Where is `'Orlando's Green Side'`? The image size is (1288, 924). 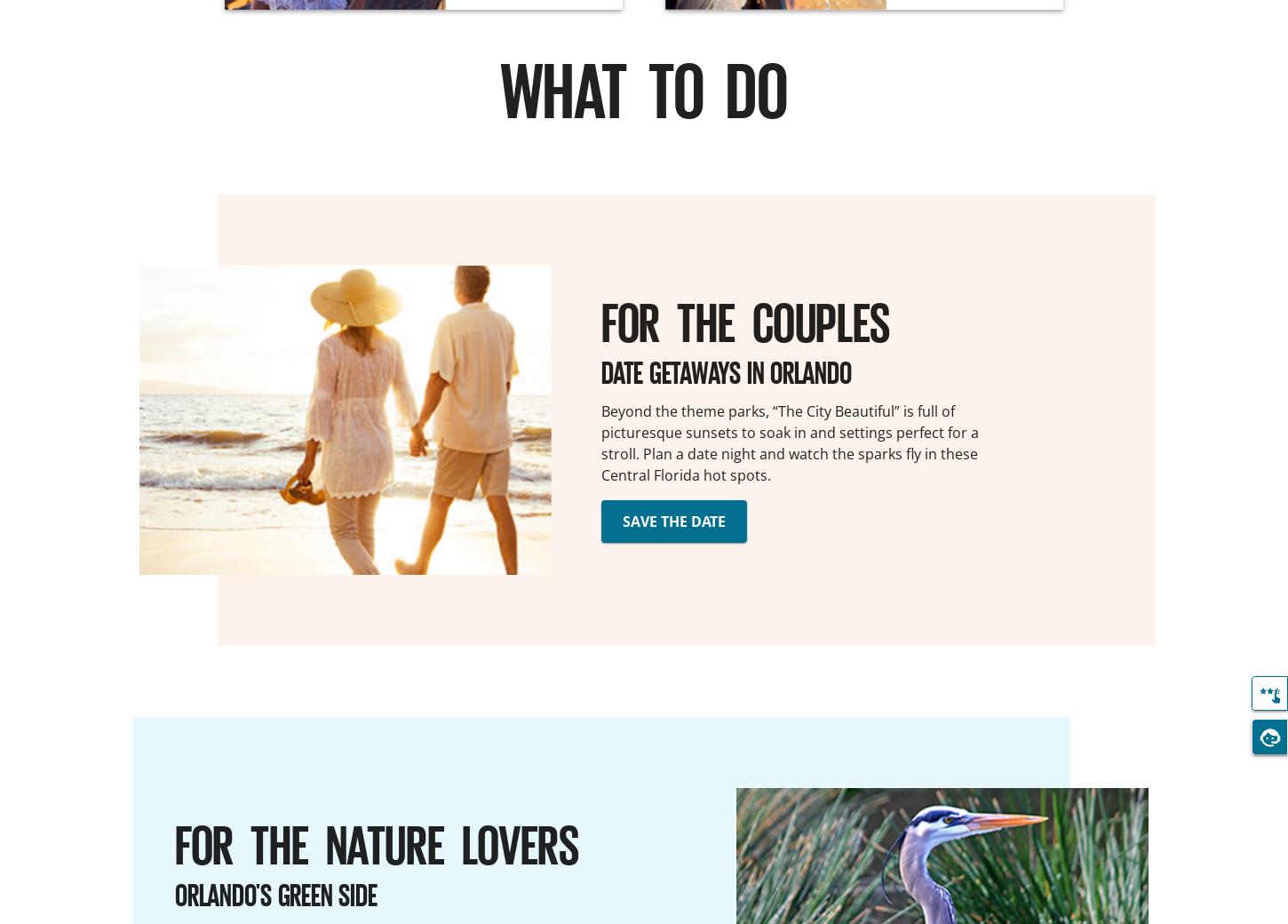
'Orlando's Green Side' is located at coordinates (275, 893).